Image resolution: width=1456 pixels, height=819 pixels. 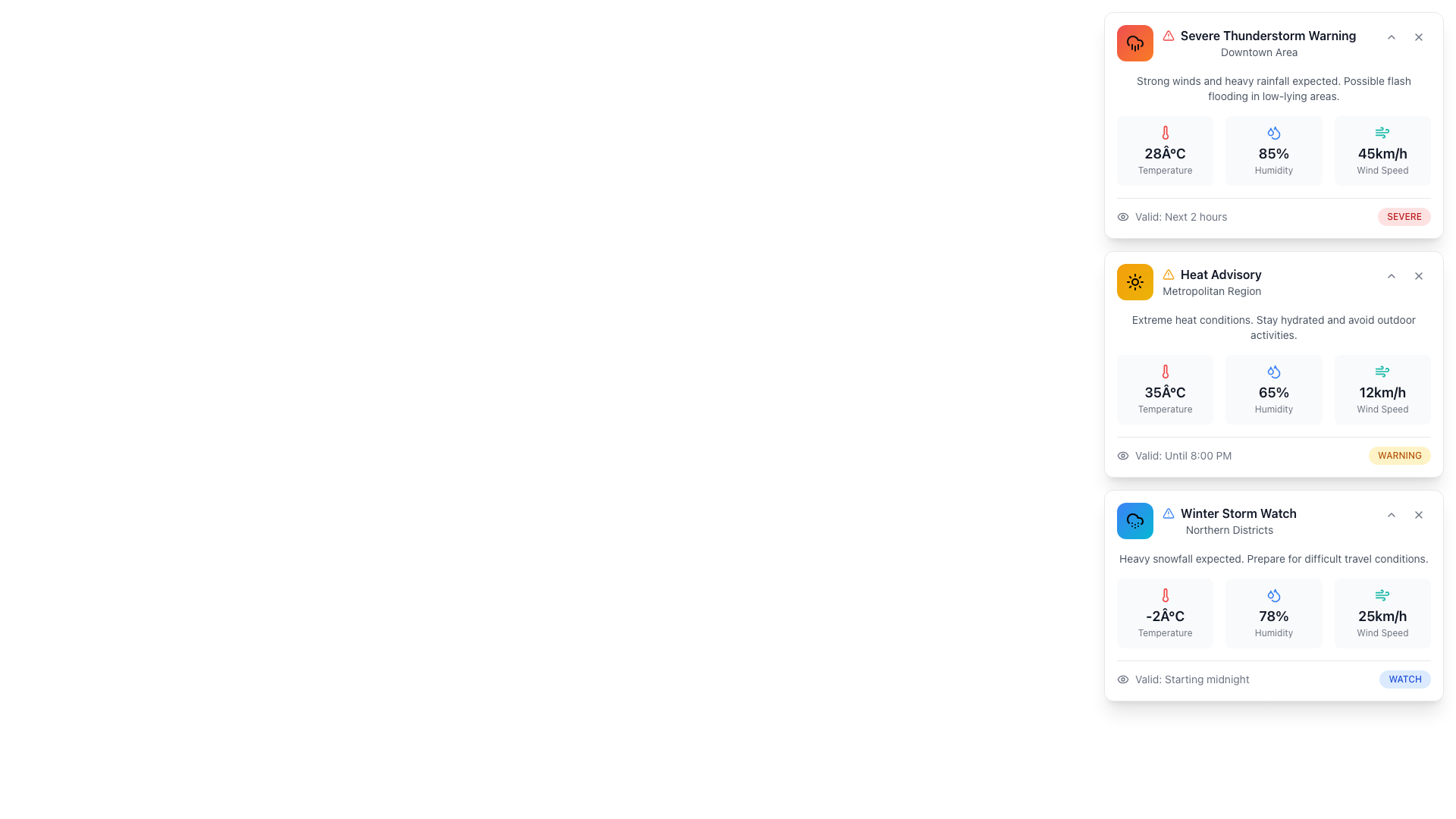 I want to click on the 'Heat Advisory' title with an icon representation, which indicates a specific weather alert and is located at the top of the middle weather advisory card, so click(x=1211, y=275).